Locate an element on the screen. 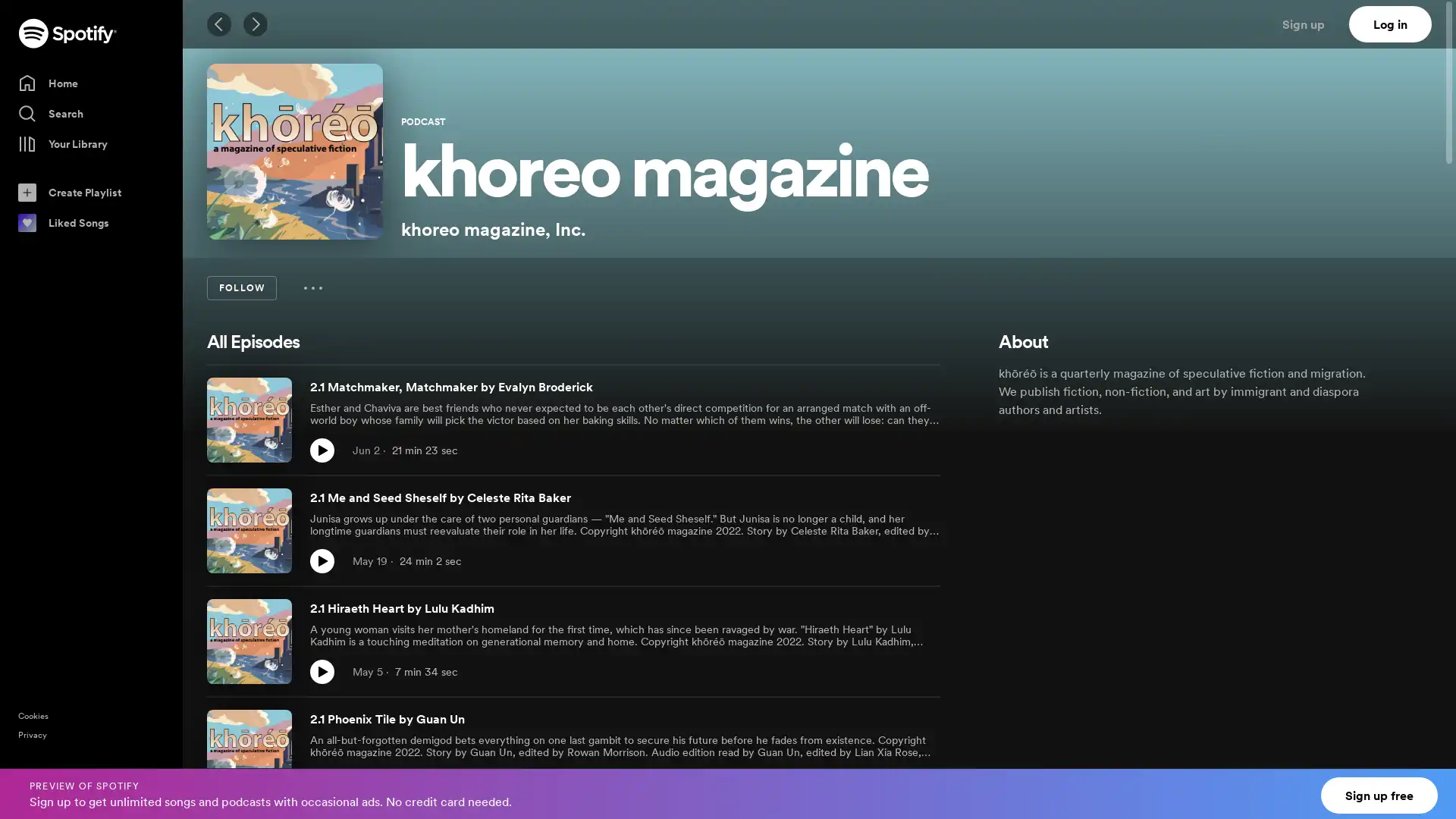 This screenshot has width=1456, height=819. Play 2.1 Matchmaker, Matchmaker by Evalyn Broderick by khoreo magazine is located at coordinates (322, 450).